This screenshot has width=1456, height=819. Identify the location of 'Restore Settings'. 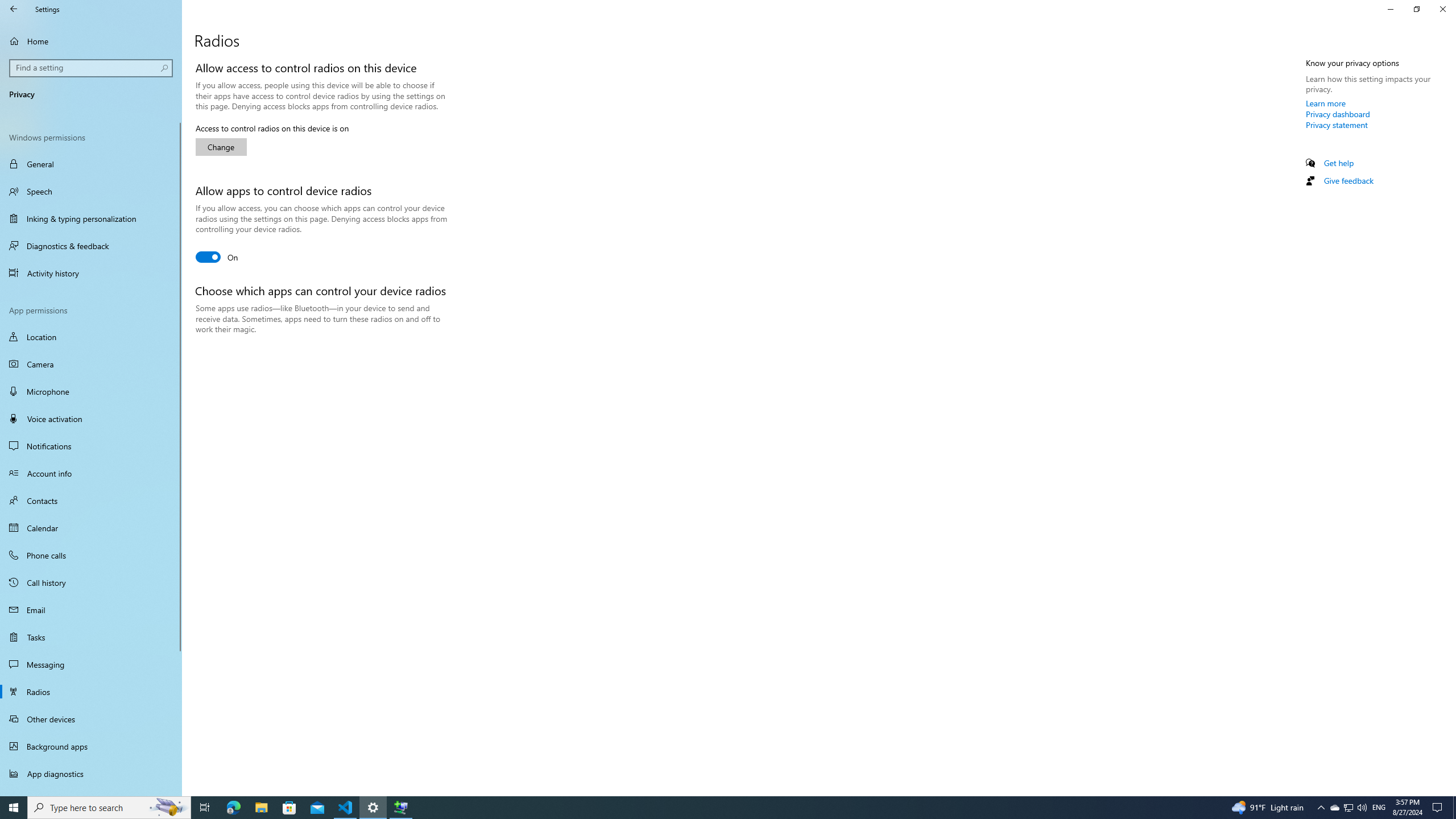
(1416, 9).